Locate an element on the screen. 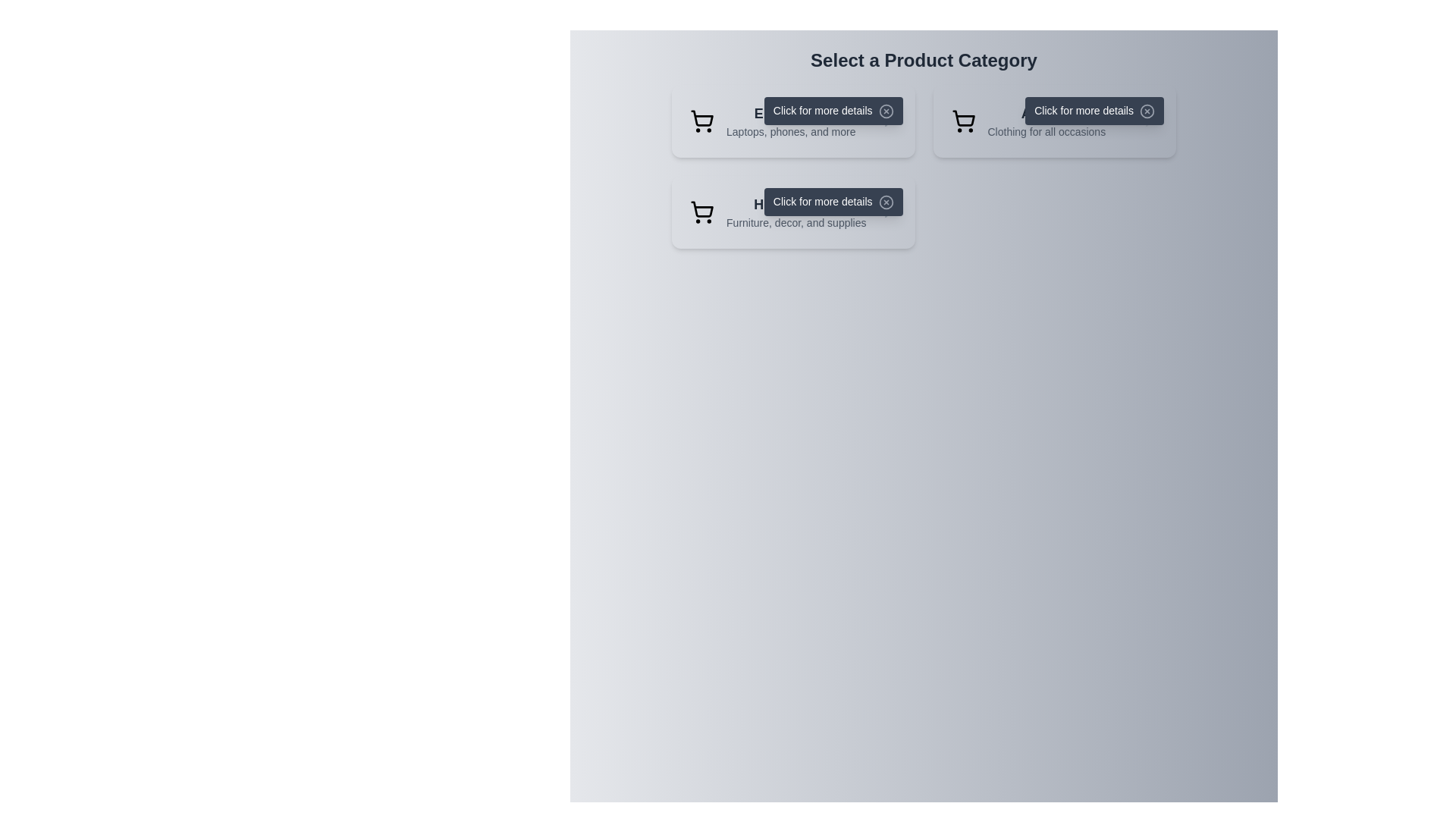  the prominent title element displaying 'Select a Product Category', which is located at the top-center of the interface is located at coordinates (923, 60).